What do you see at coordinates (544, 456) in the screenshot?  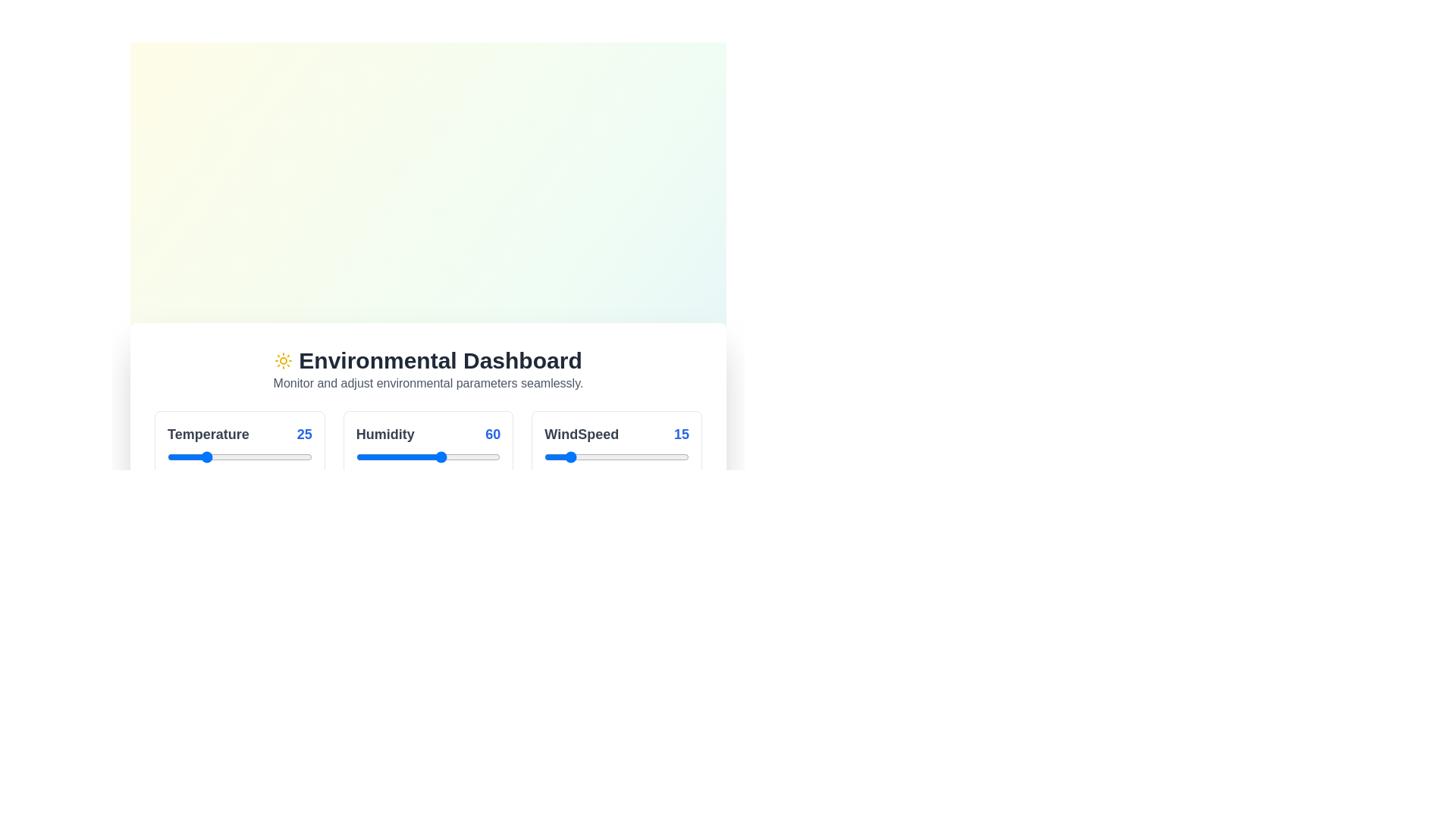 I see `the Wind Speed slider` at bounding box center [544, 456].